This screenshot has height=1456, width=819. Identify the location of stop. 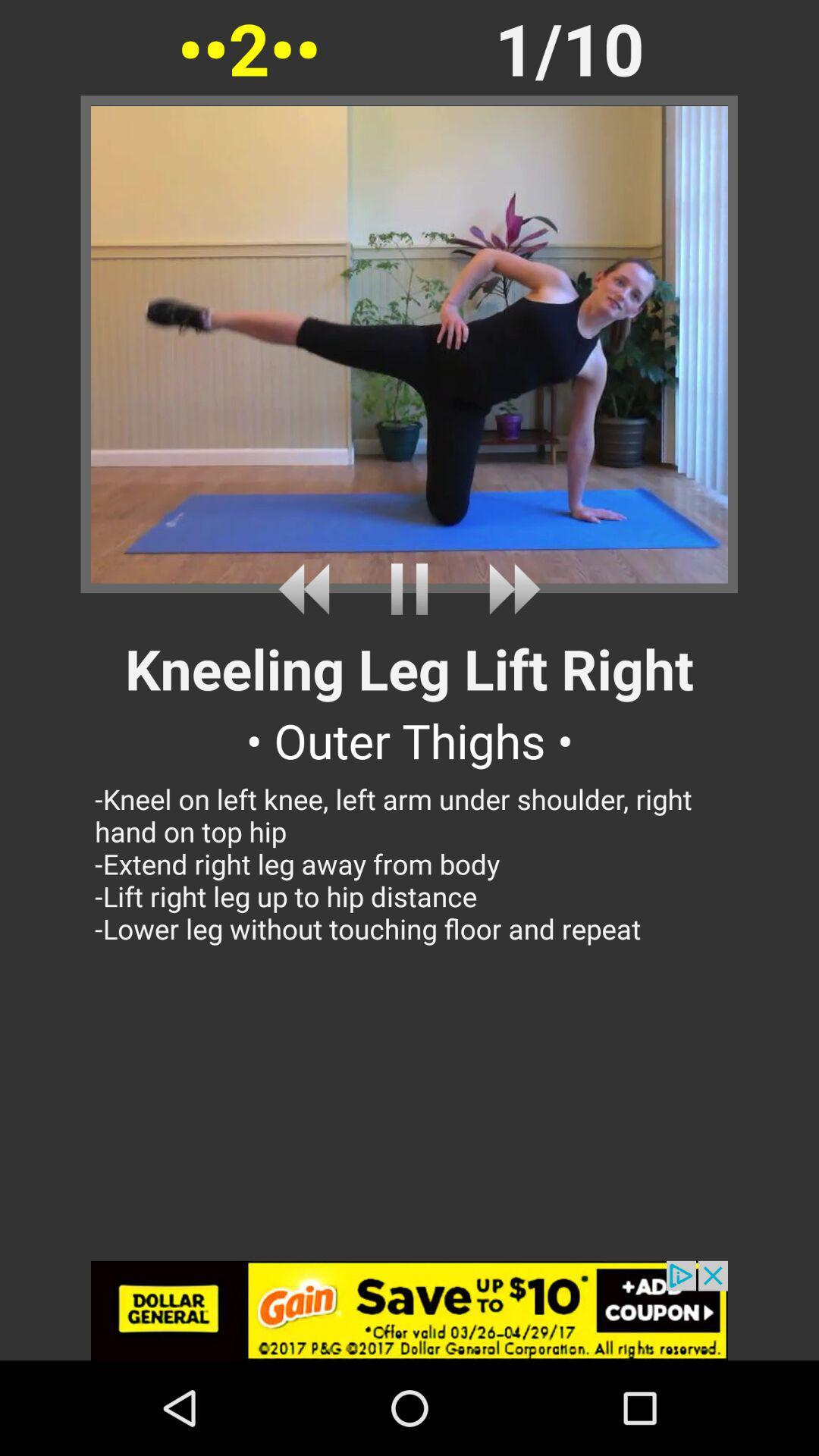
(409, 588).